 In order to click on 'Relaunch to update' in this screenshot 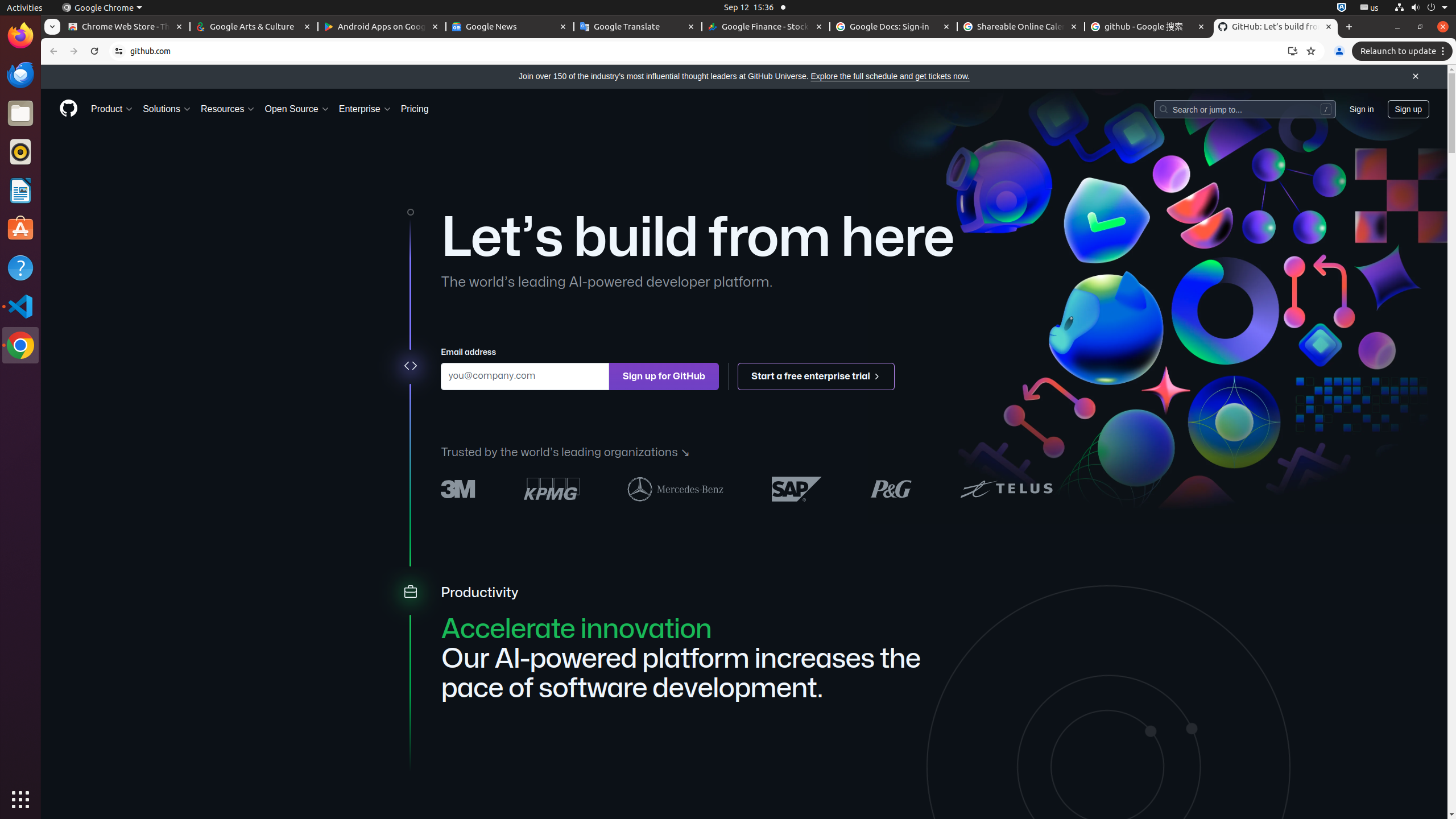, I will do `click(1403, 51)`.